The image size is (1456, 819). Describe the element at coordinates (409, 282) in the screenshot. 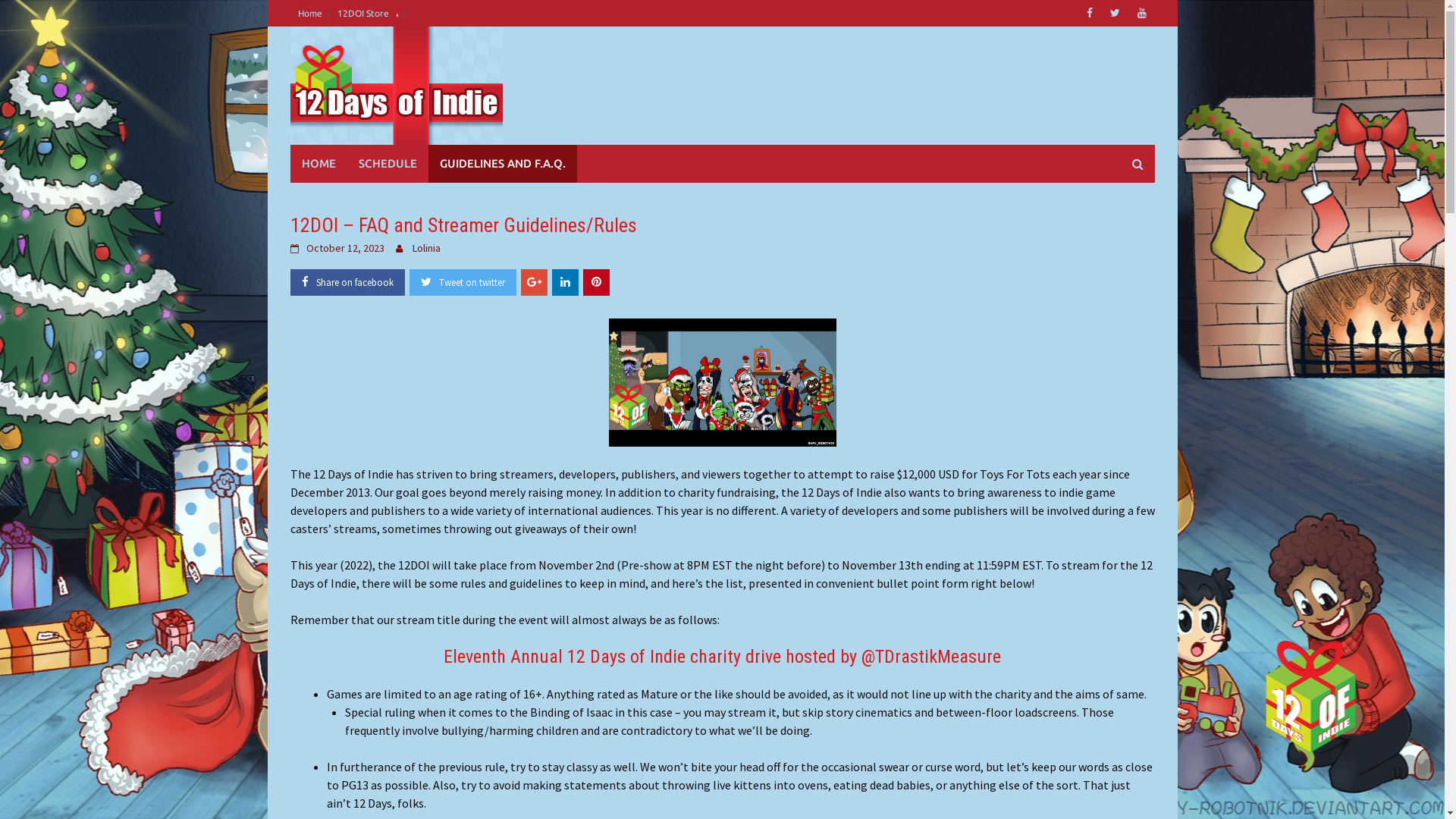

I see `'Tweet on twitter'` at that location.